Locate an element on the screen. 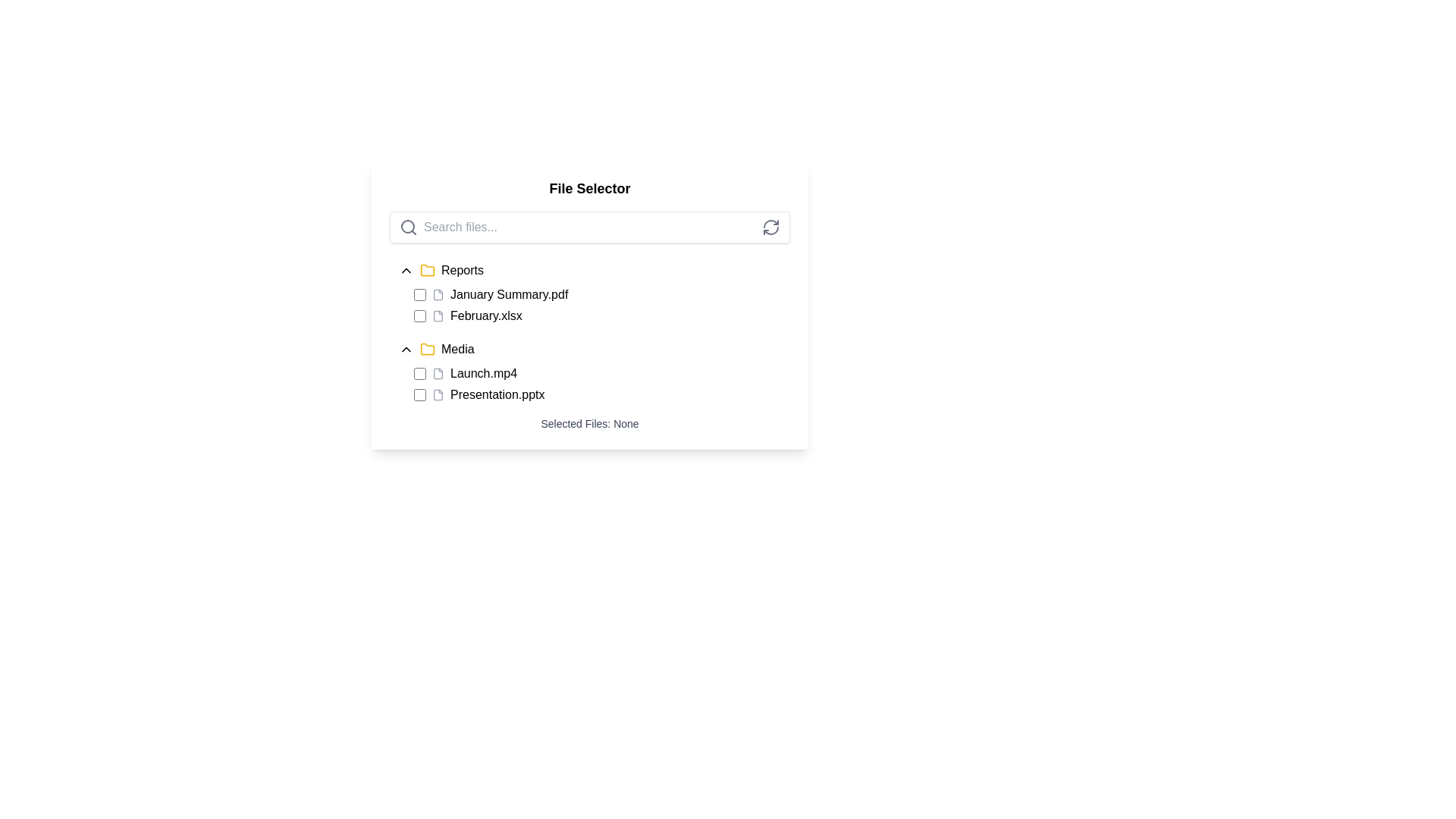  the checkbox located to the left of the text 'January Summary.pdf' in the 'Reports' section is located at coordinates (419, 295).